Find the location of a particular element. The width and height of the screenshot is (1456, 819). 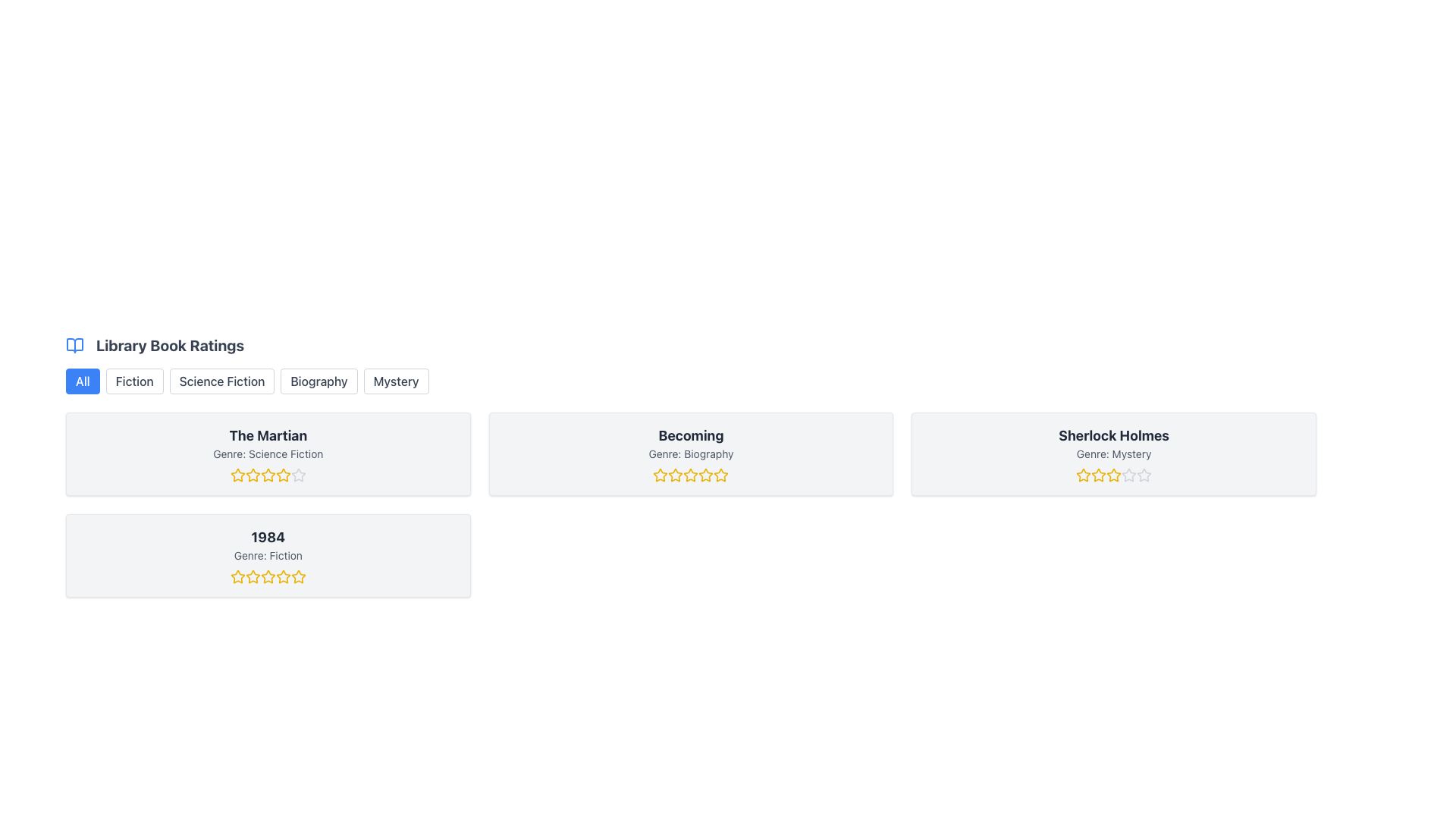

the second star icon with a yellow outline in the five-star rating system for the 'Sherlock Holmes' book card, which has an empty interior indicating it is unfilled is located at coordinates (1114, 474).